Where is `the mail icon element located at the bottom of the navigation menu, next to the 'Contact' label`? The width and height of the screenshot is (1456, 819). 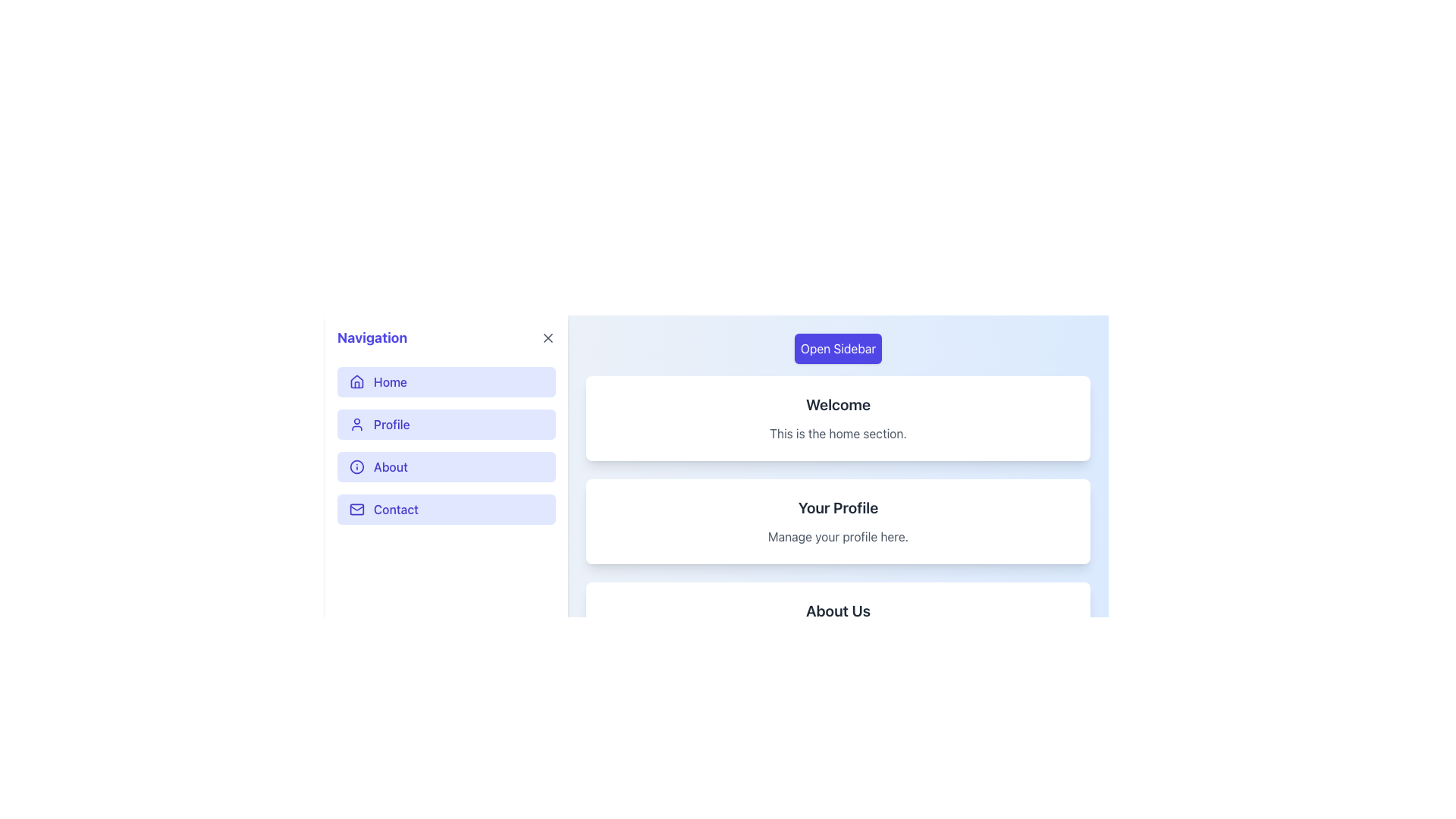
the mail icon element located at the bottom of the navigation menu, next to the 'Contact' label is located at coordinates (356, 508).